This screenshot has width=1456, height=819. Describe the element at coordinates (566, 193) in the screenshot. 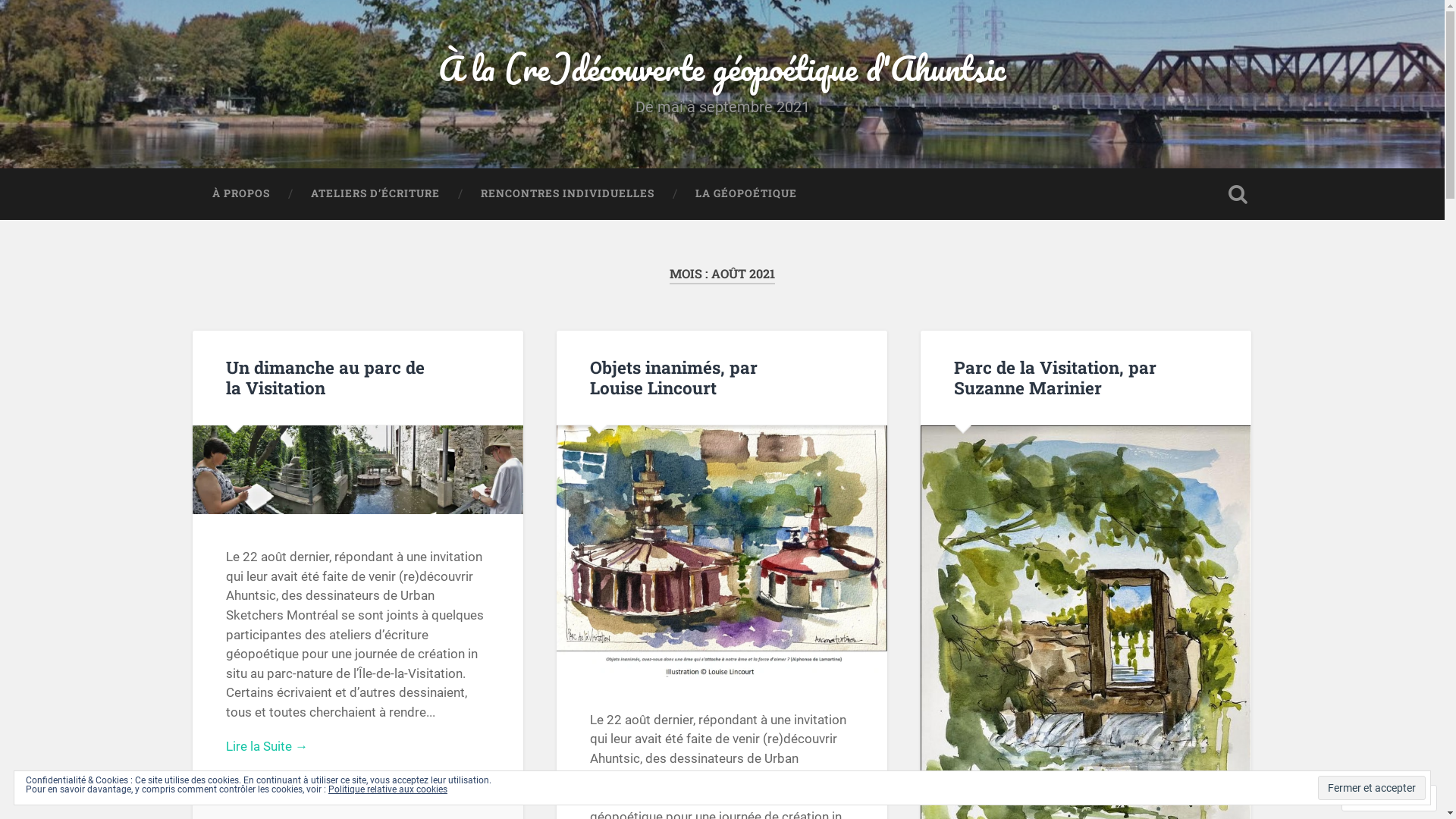

I see `'RENCONTRES INDIVIDUELLES'` at that location.